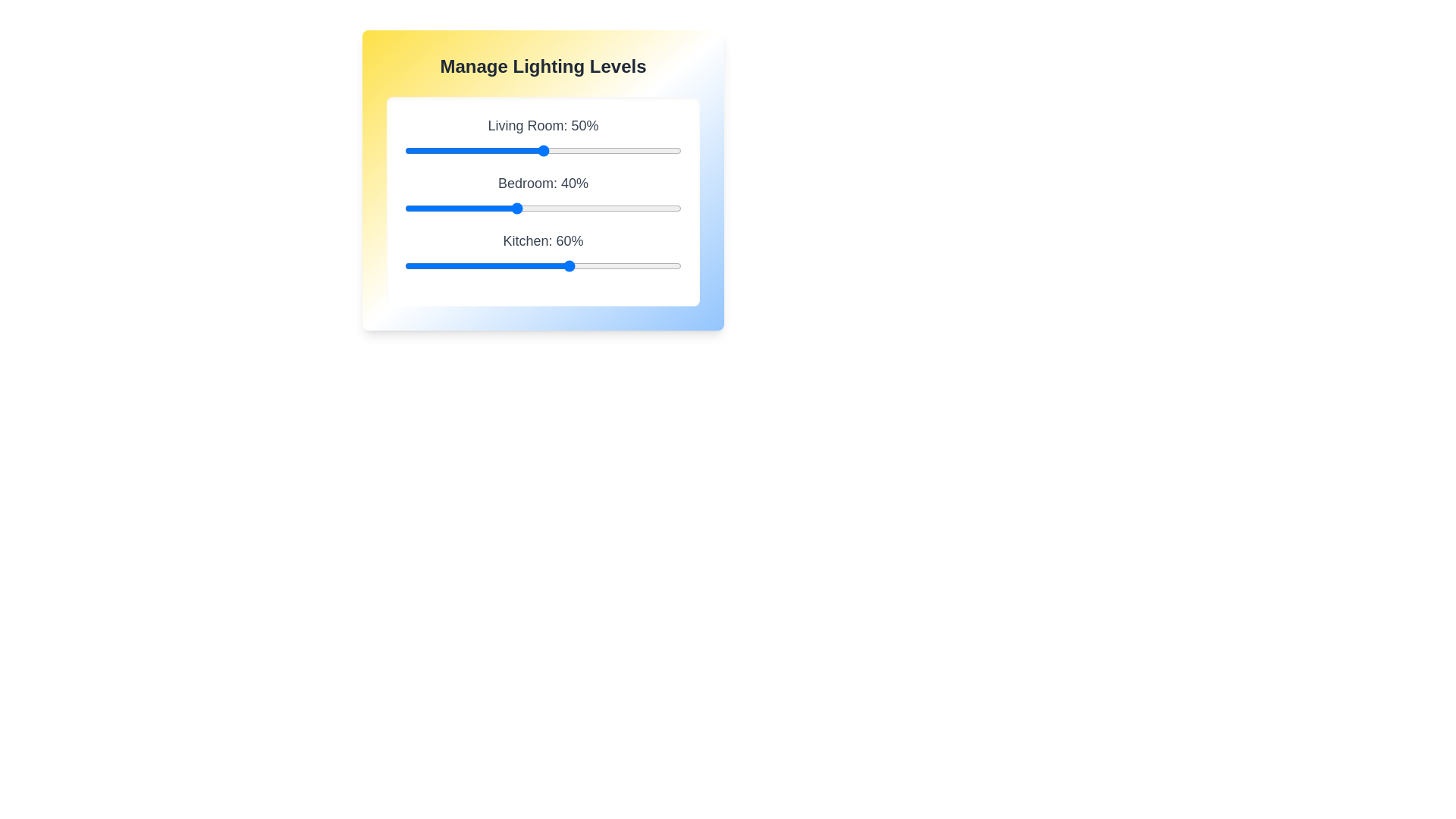 The width and height of the screenshot is (1456, 819). I want to click on the Kitchen lighting level to 60% using the slider, so click(570, 265).